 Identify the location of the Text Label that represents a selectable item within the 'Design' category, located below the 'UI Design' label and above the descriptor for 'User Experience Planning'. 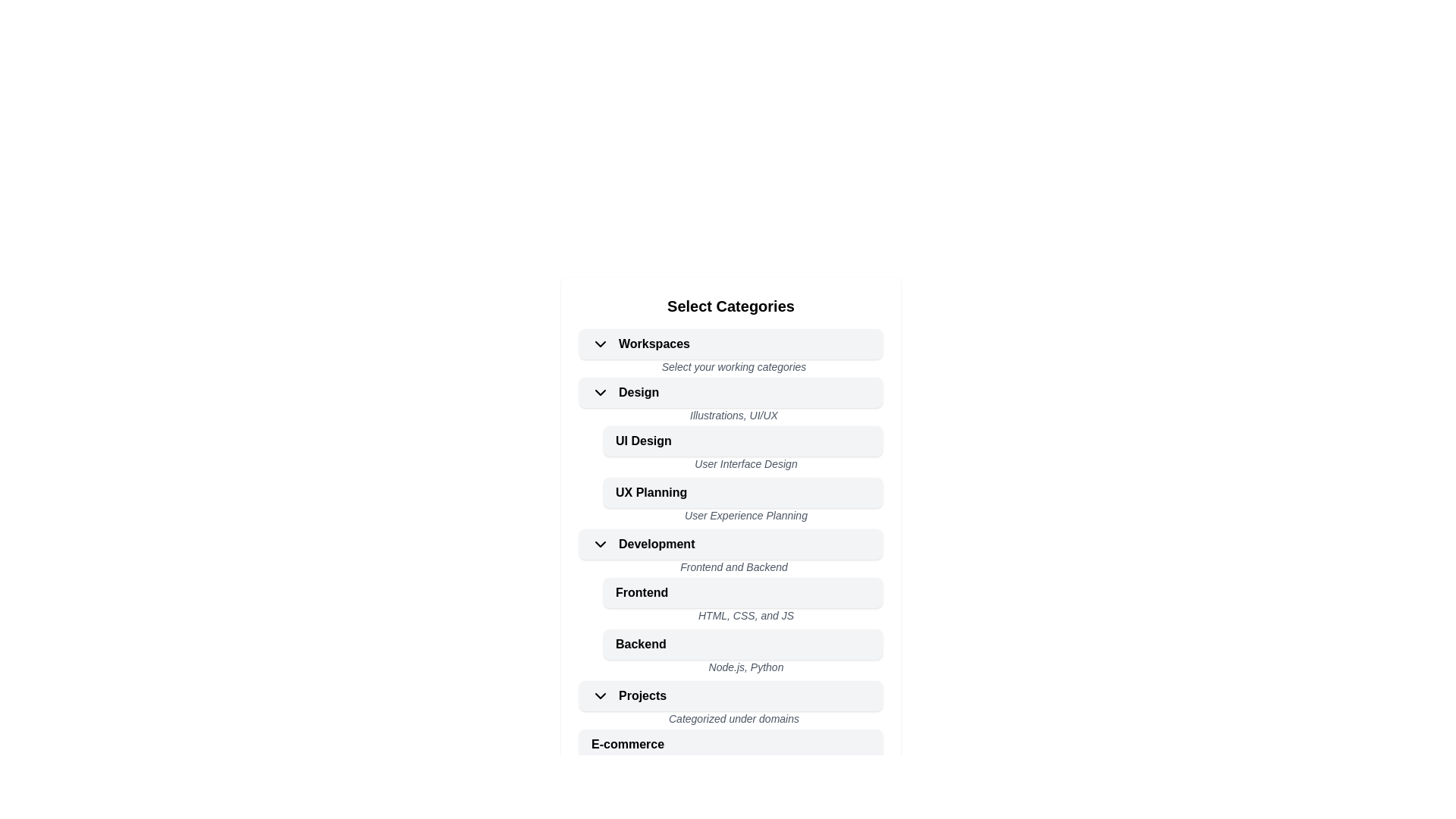
(651, 493).